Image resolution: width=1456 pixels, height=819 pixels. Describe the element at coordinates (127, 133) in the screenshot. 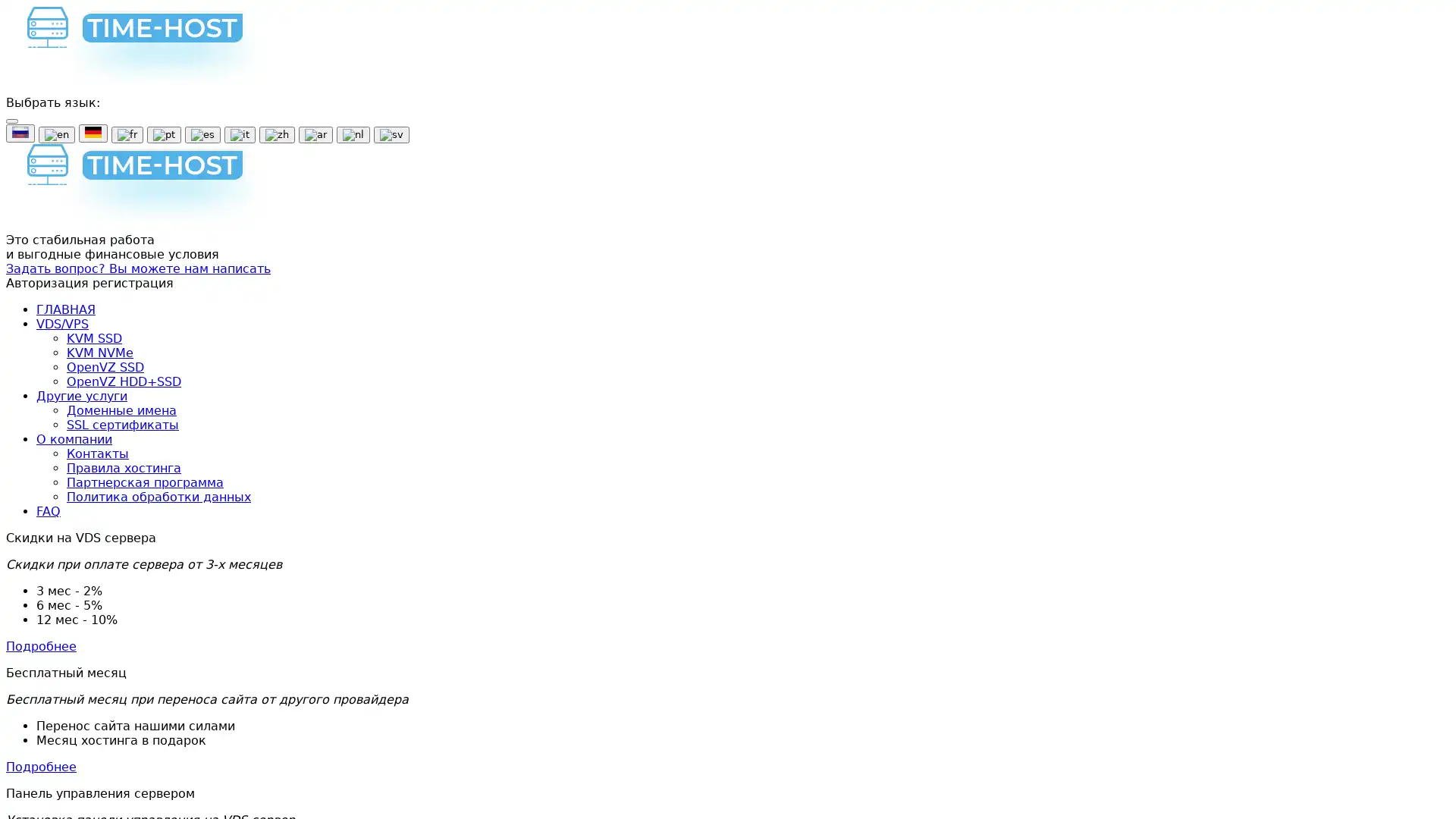

I see `fr` at that location.